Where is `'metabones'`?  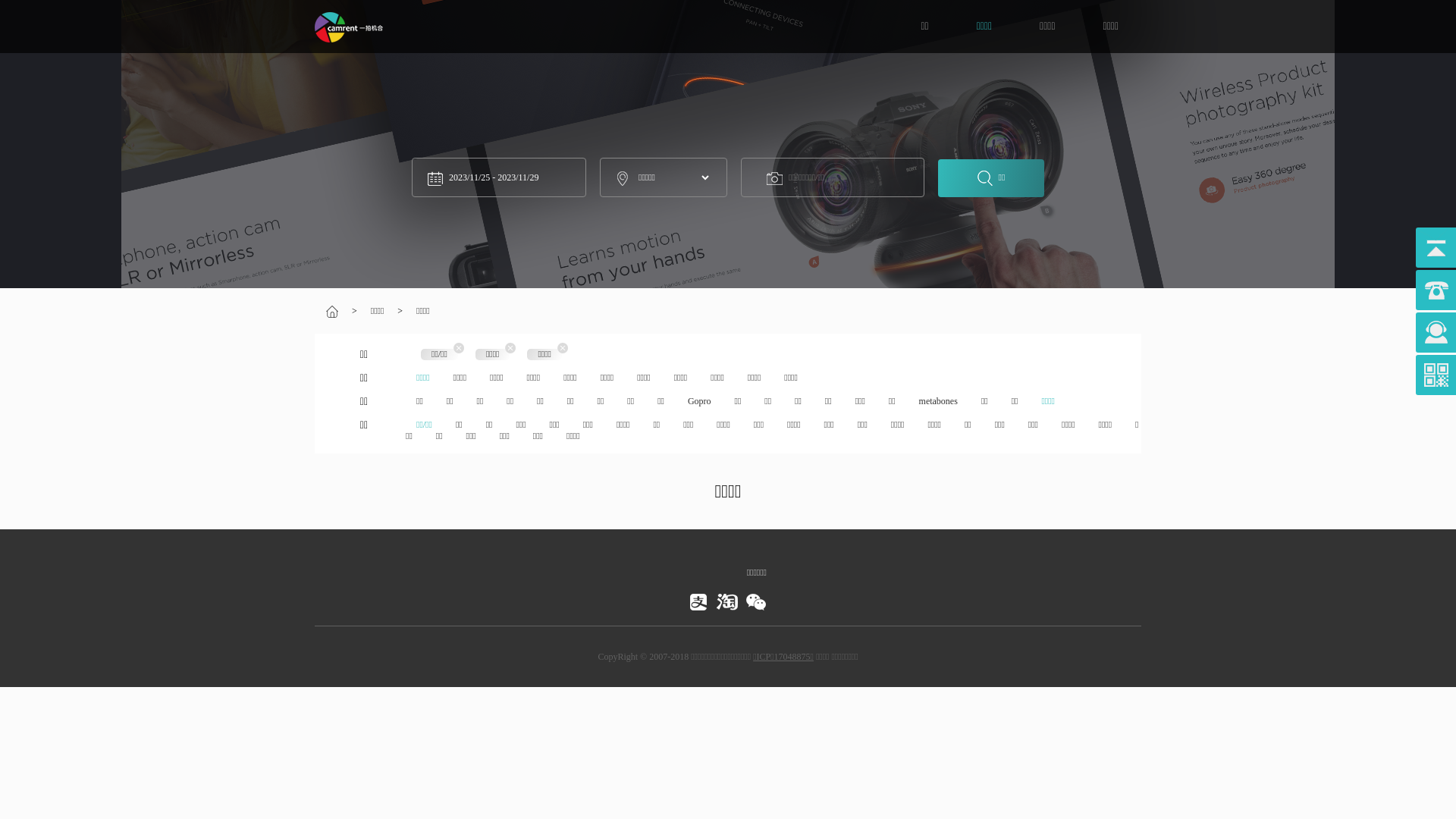 'metabones' is located at coordinates (937, 400).